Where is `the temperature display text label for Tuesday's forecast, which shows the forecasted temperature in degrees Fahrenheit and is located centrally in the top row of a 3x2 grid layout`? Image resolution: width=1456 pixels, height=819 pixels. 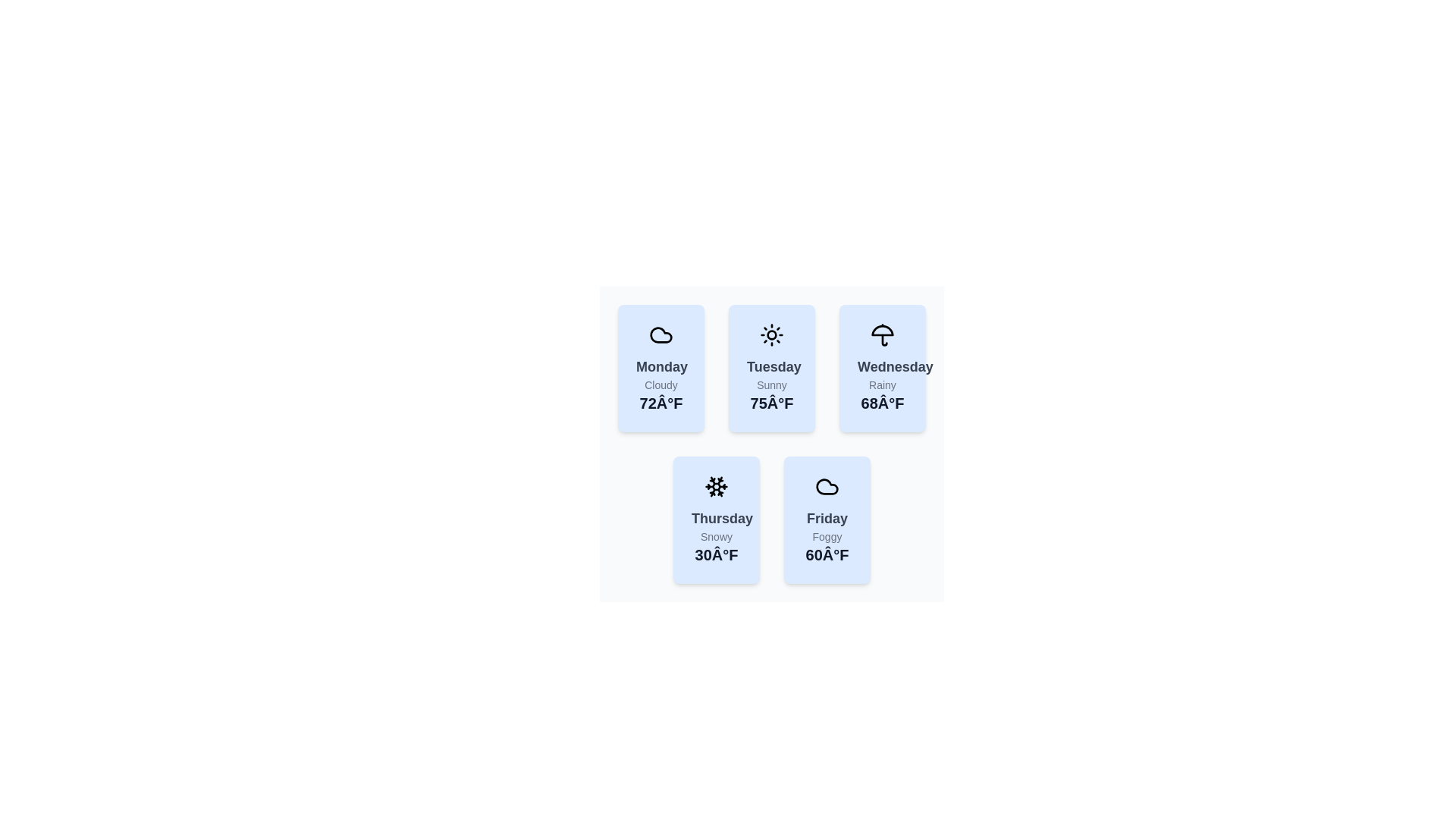
the temperature display text label for Tuesday's forecast, which shows the forecasted temperature in degrees Fahrenheit and is located centrally in the top row of a 3x2 grid layout is located at coordinates (771, 403).